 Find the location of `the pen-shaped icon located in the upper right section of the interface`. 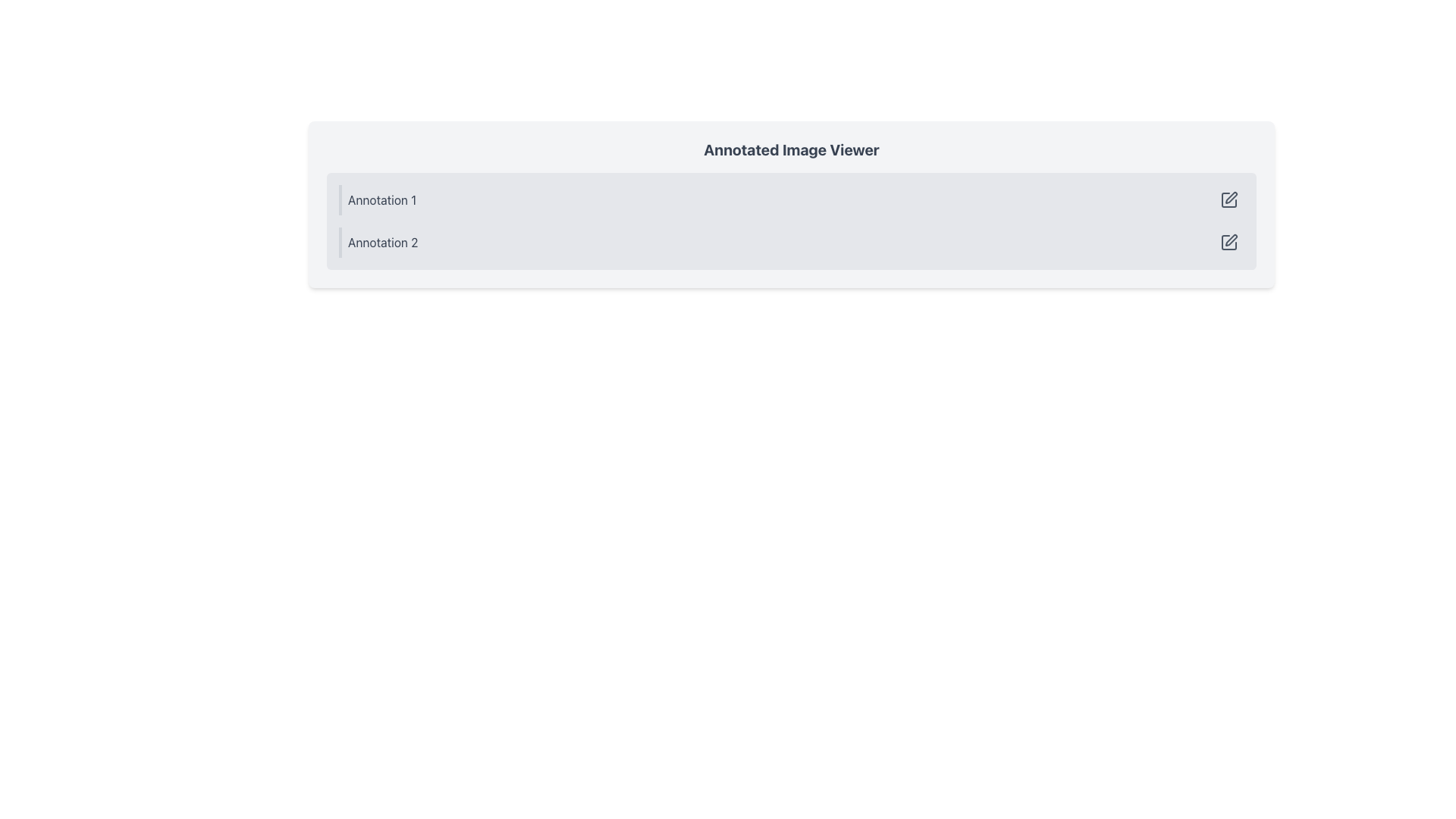

the pen-shaped icon located in the upper right section of the interface is located at coordinates (1230, 197).